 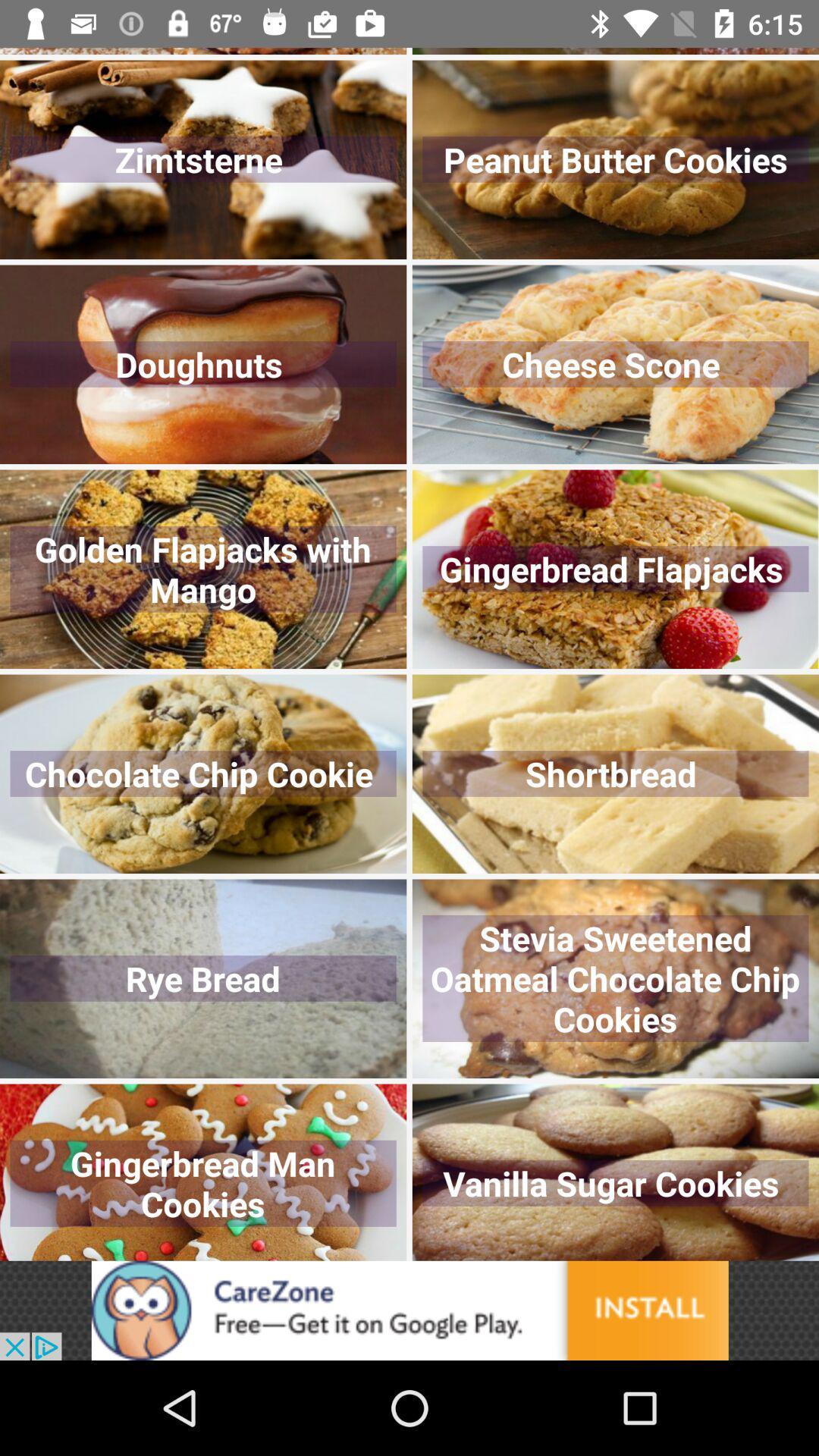 I want to click on advertisement, so click(x=409, y=1310).